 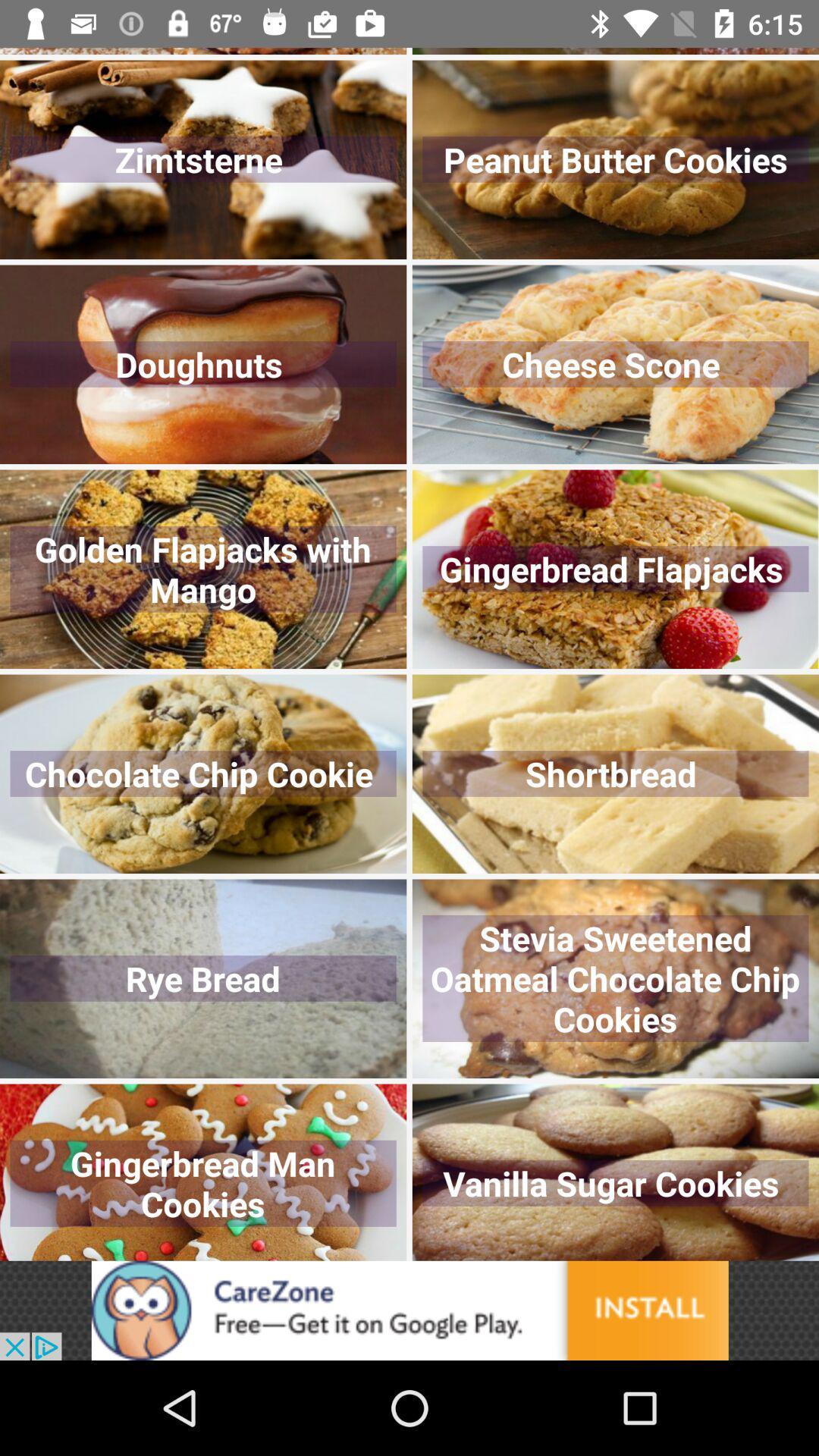 I want to click on advertisement, so click(x=409, y=1310).